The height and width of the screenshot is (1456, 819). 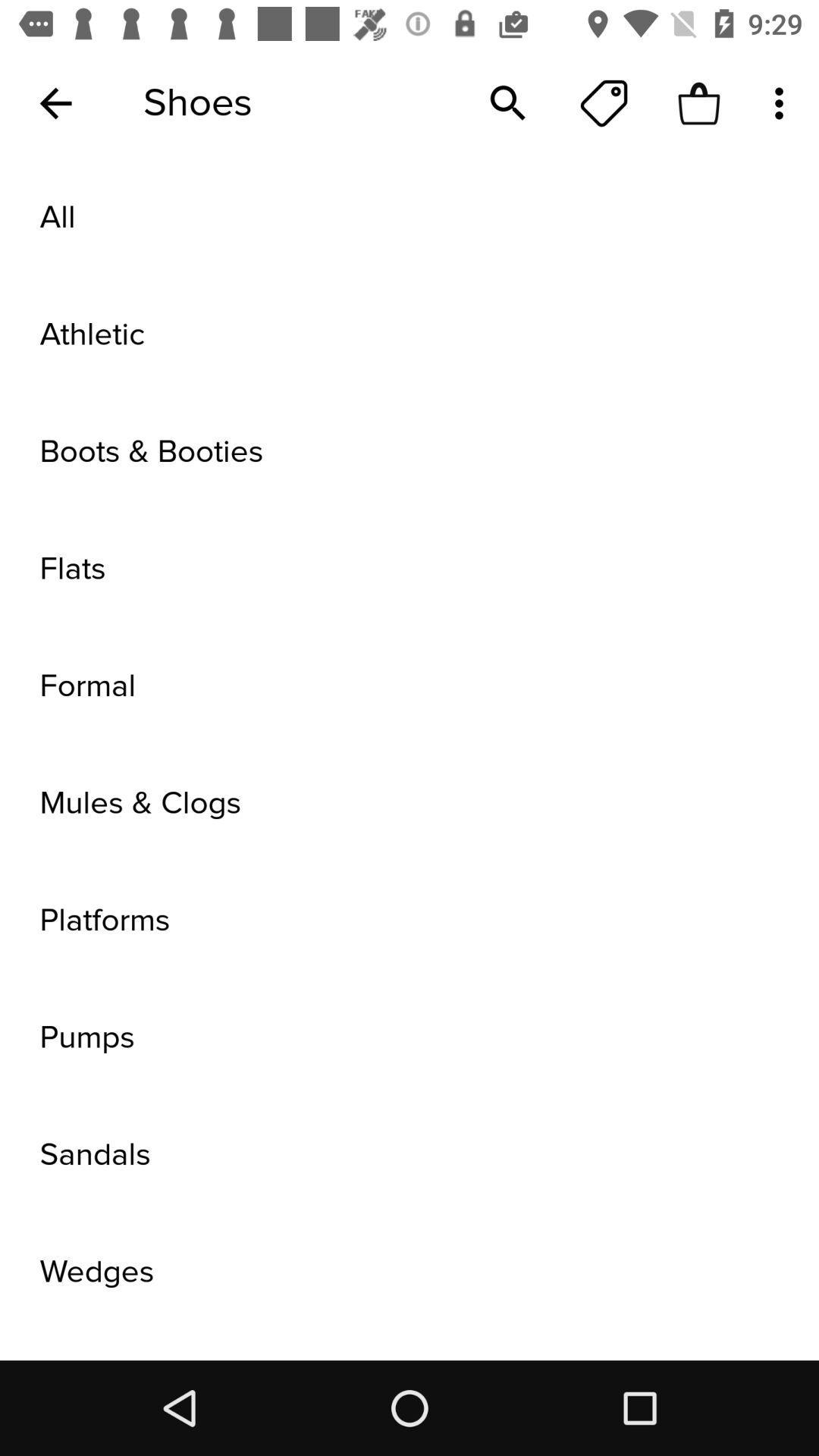 What do you see at coordinates (409, 217) in the screenshot?
I see `all` at bounding box center [409, 217].